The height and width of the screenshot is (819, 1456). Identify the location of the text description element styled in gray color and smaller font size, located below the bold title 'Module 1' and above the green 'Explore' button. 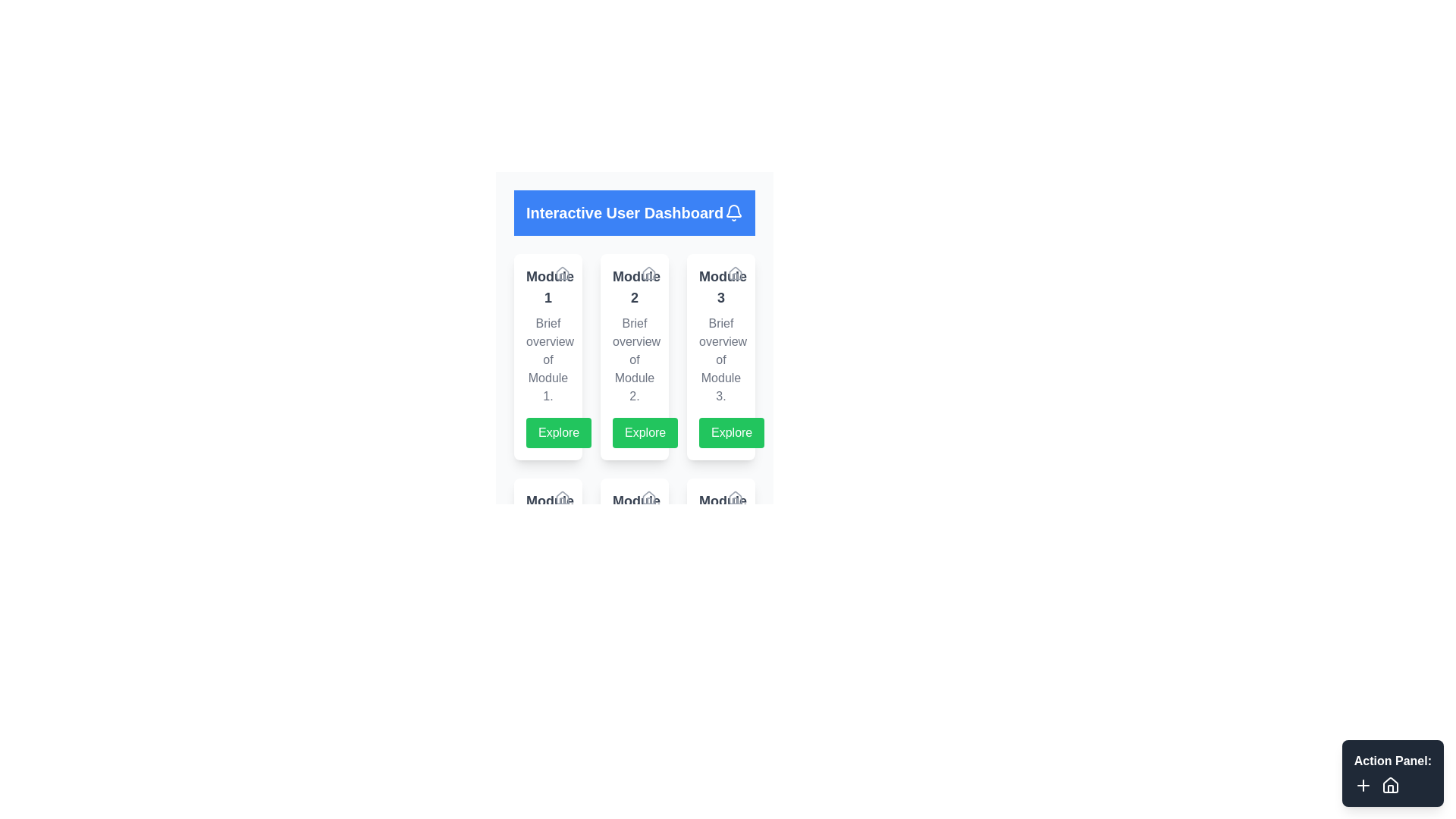
(548, 359).